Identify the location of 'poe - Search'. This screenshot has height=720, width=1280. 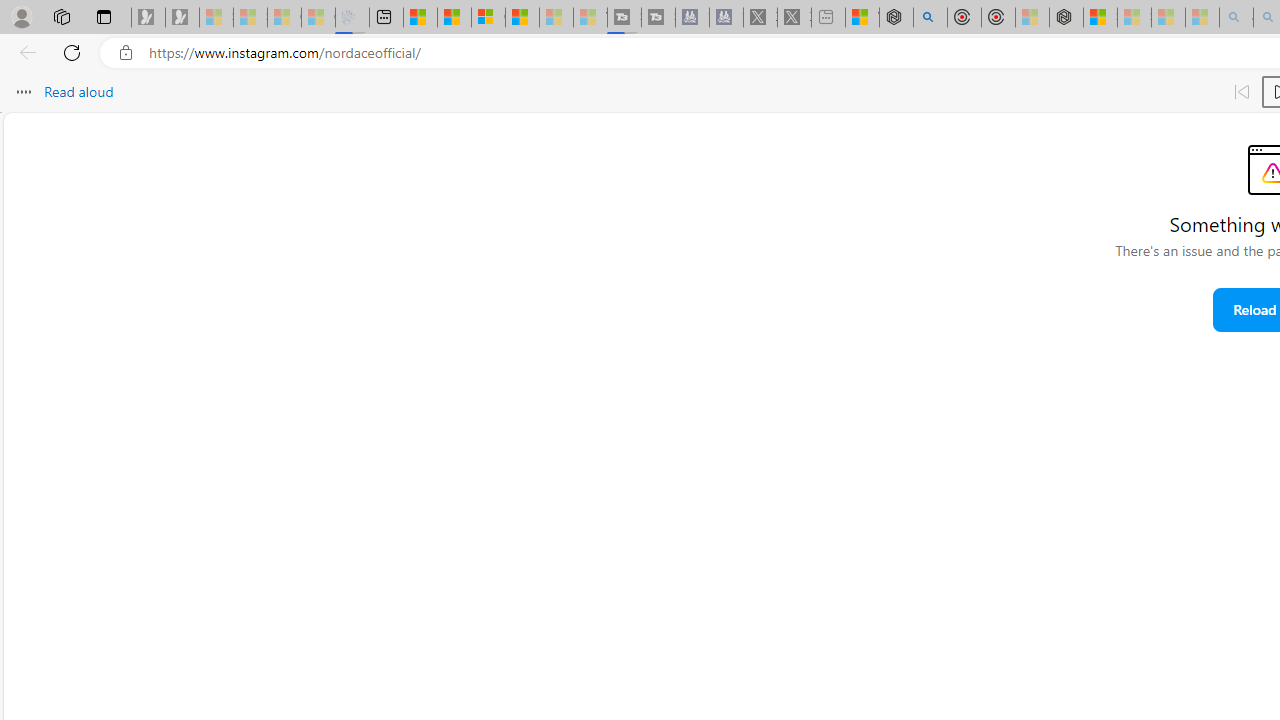
(929, 17).